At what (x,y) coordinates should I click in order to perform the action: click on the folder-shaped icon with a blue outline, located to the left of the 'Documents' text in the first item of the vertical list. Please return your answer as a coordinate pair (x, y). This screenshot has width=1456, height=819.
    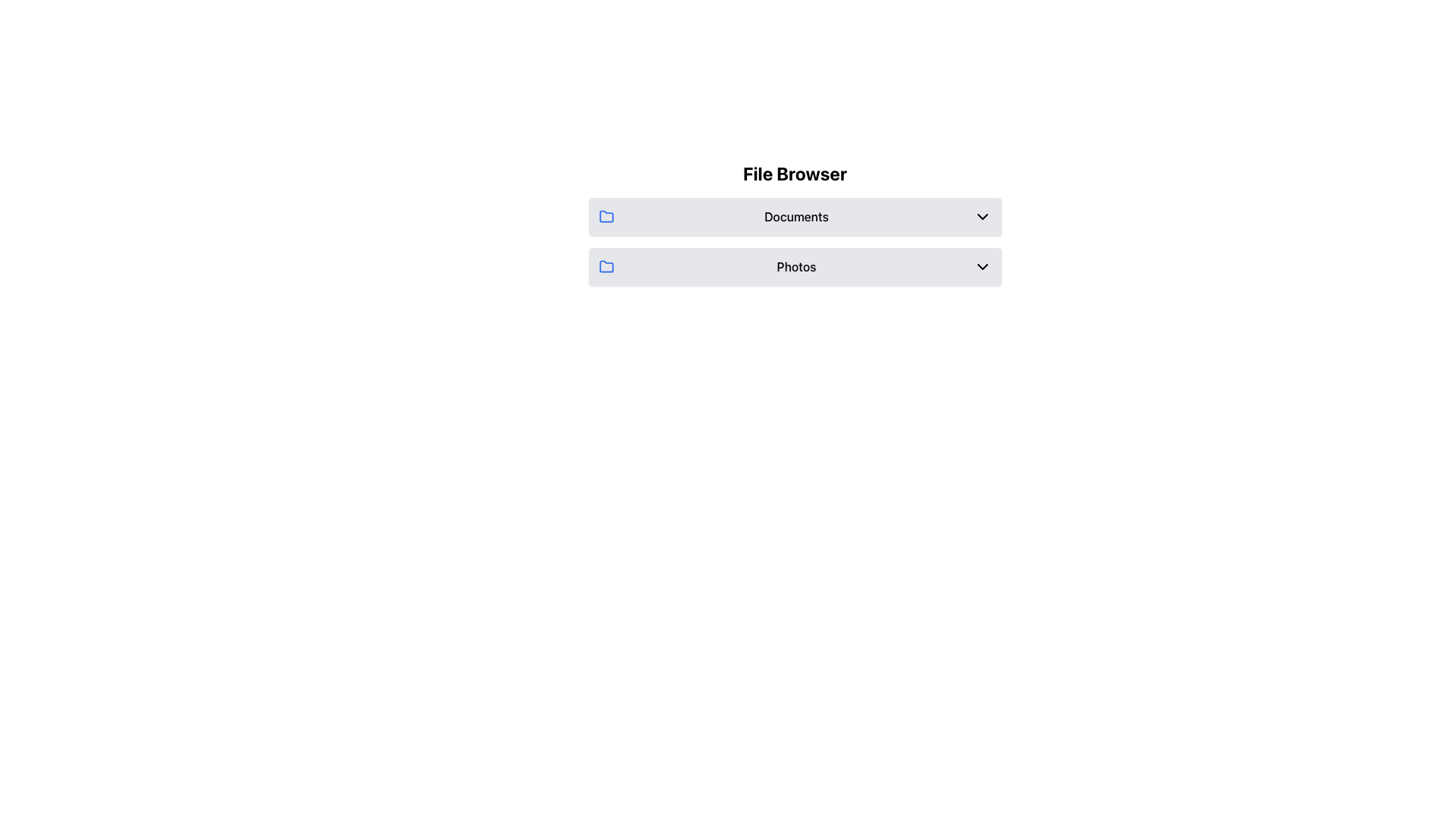
    Looking at the image, I should click on (605, 216).